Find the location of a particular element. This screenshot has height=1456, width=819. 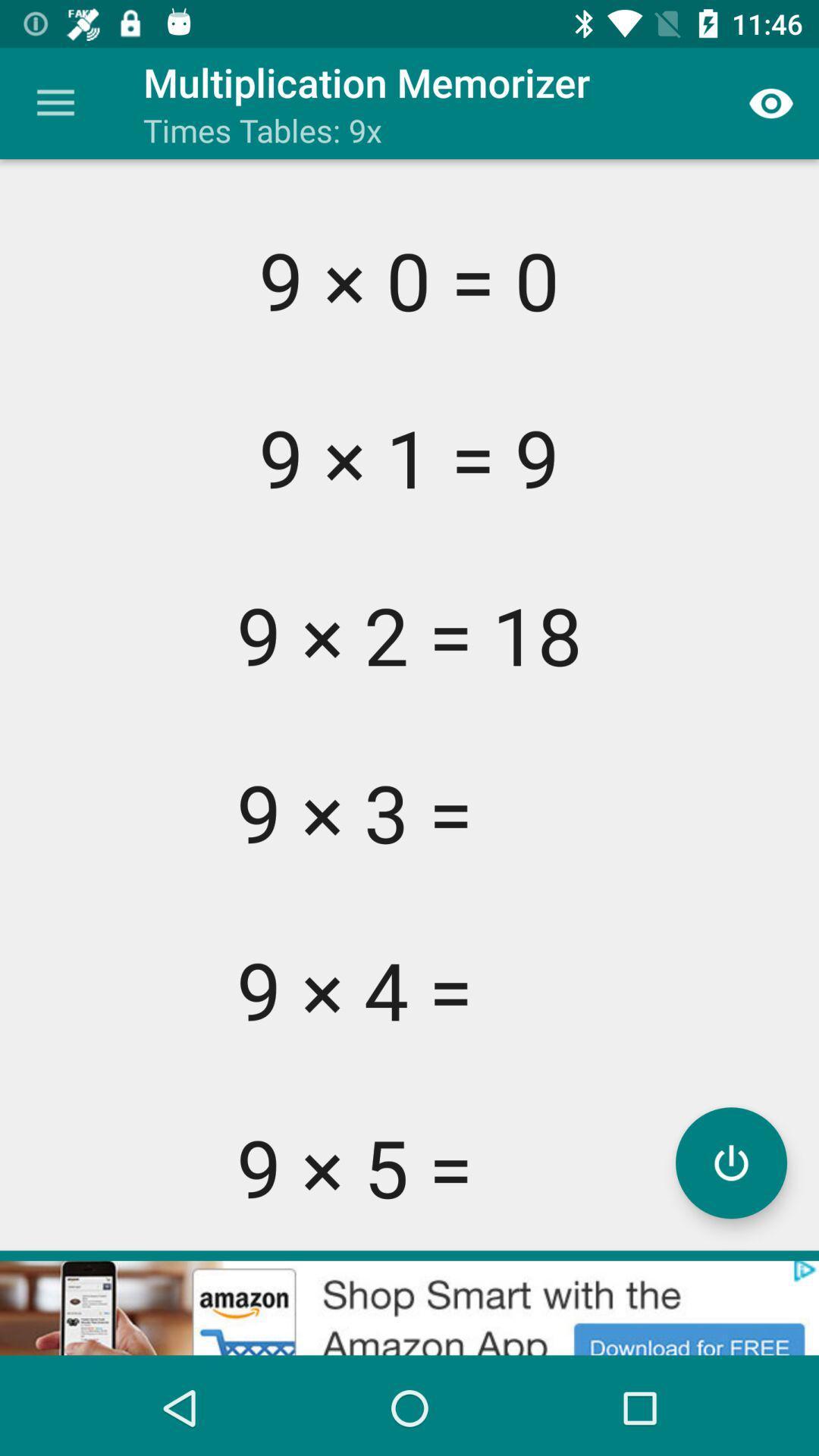

turn off/on is located at coordinates (730, 1162).